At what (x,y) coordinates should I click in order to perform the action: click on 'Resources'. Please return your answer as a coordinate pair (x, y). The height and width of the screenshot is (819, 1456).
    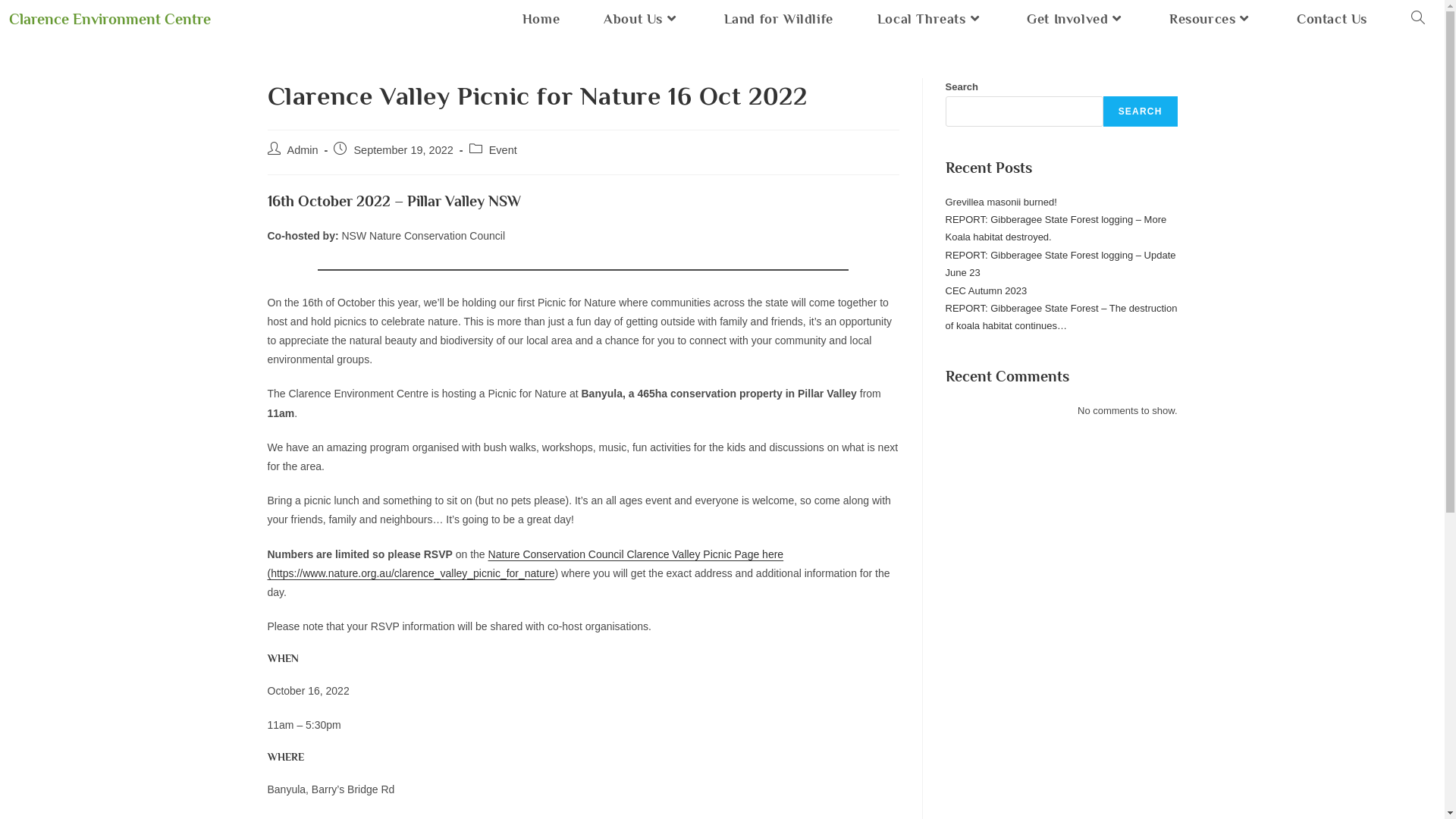
    Looking at the image, I should click on (1147, 19).